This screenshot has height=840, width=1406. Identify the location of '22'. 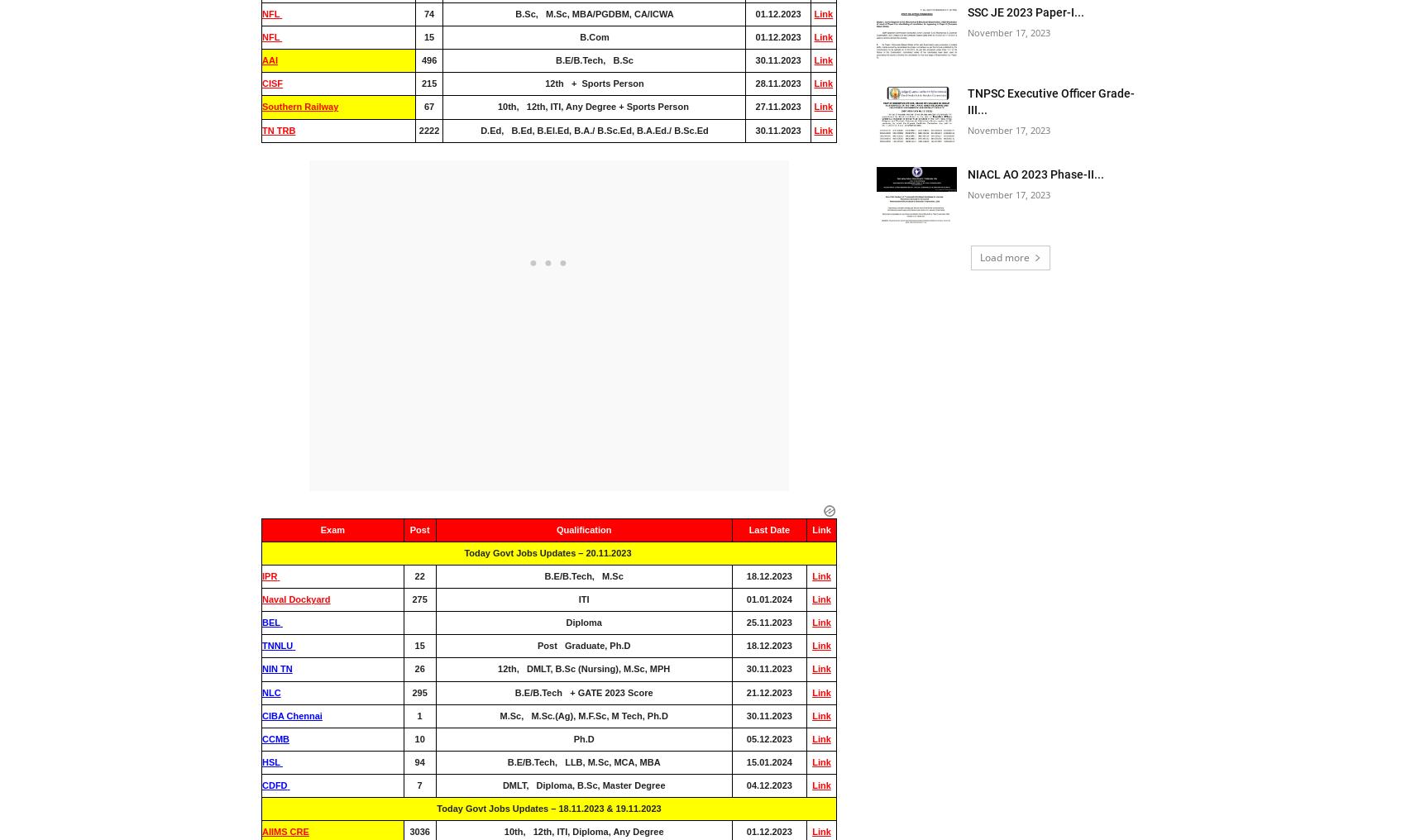
(418, 574).